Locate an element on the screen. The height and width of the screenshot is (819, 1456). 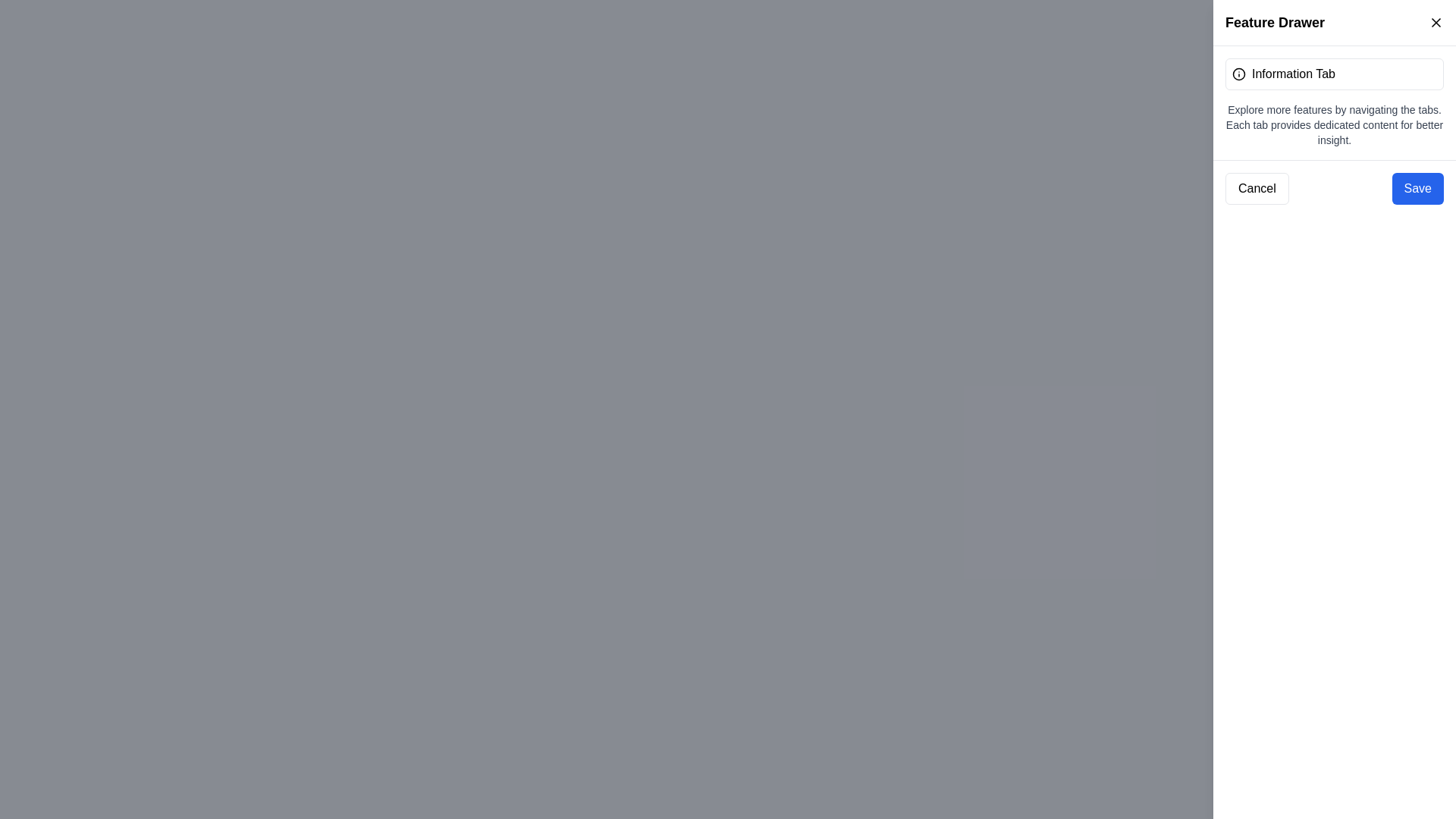
the rectangular blue 'Save' button with rounded corners is located at coordinates (1417, 188).